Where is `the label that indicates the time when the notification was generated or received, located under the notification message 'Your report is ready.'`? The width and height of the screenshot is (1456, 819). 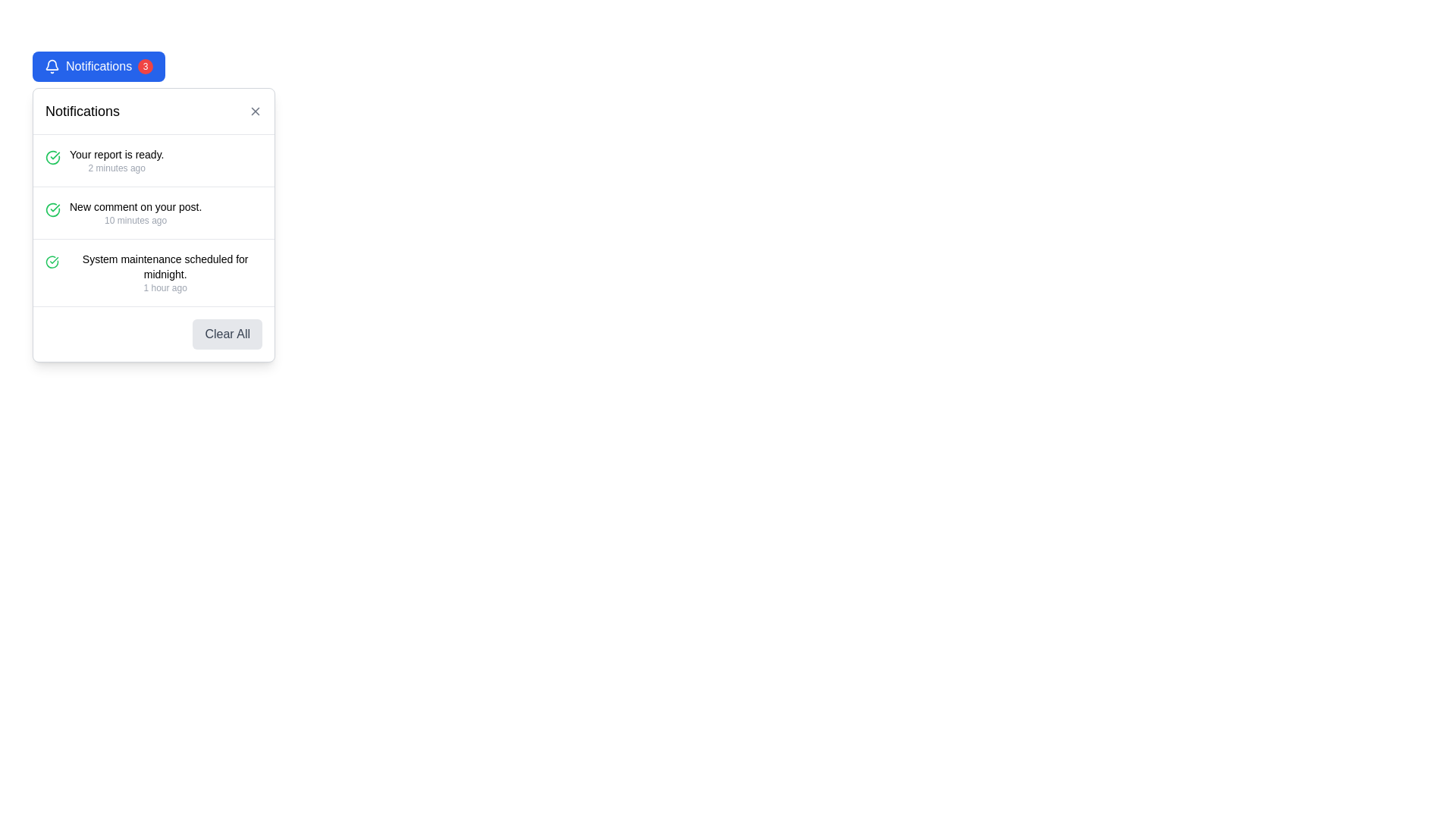 the label that indicates the time when the notification was generated or received, located under the notification message 'Your report is ready.' is located at coordinates (116, 168).